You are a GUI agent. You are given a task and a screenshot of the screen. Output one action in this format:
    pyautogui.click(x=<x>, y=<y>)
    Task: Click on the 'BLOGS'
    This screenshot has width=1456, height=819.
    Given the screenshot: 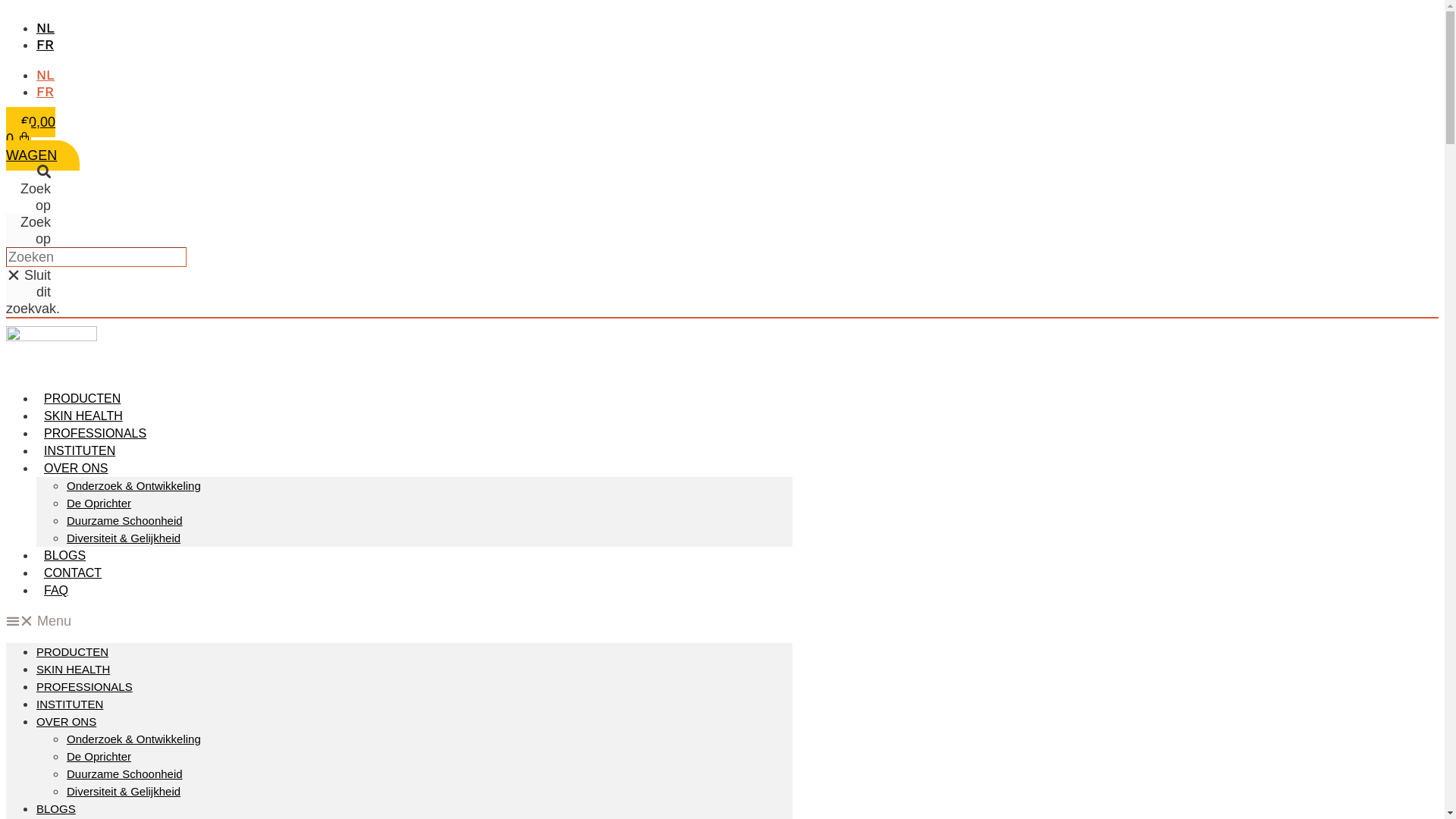 What is the action you would take?
    pyautogui.click(x=36, y=555)
    